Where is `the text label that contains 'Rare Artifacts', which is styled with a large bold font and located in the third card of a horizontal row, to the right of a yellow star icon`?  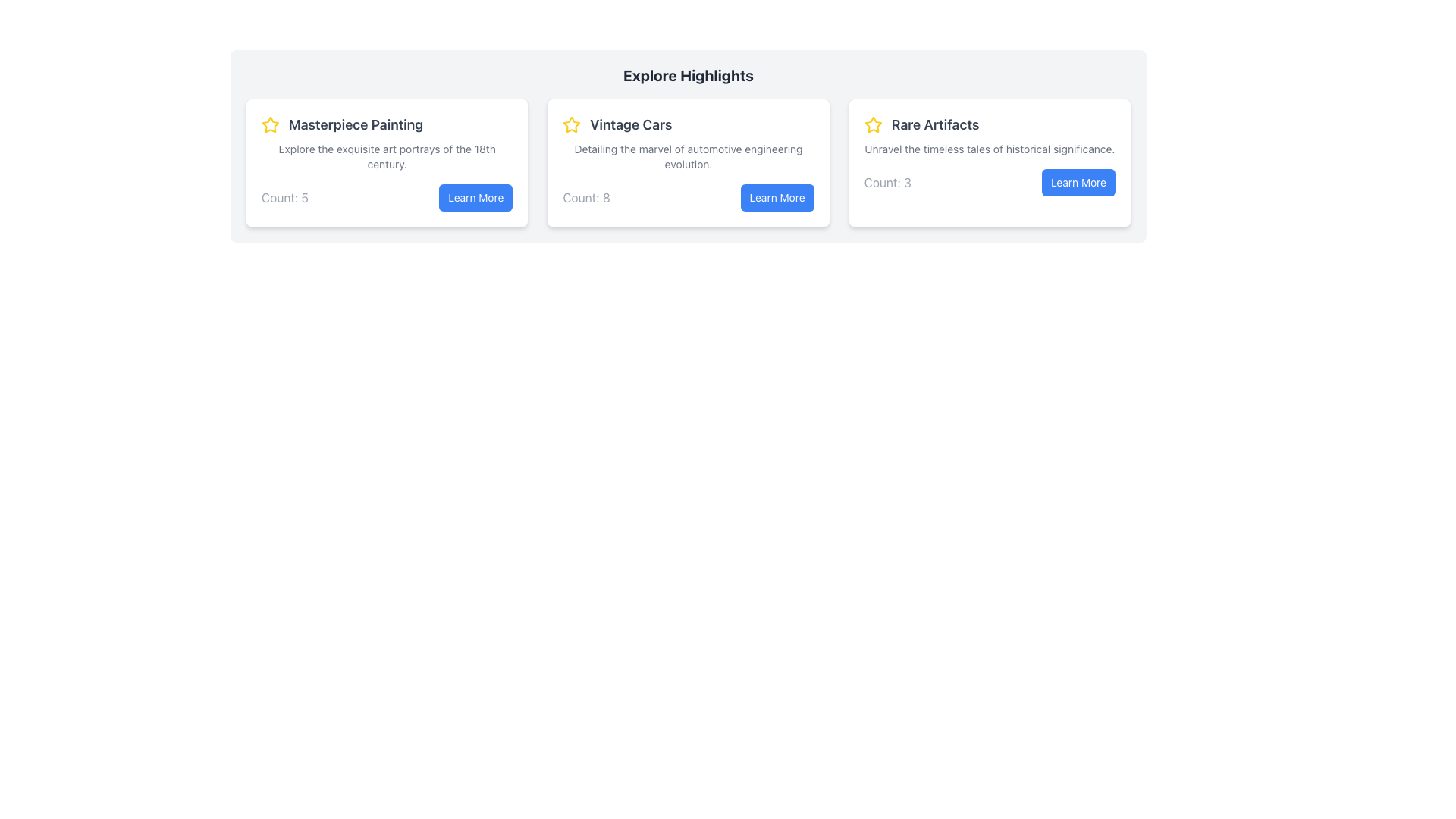
the text label that contains 'Rare Artifacts', which is styled with a large bold font and located in the third card of a horizontal row, to the right of a yellow star icon is located at coordinates (934, 124).